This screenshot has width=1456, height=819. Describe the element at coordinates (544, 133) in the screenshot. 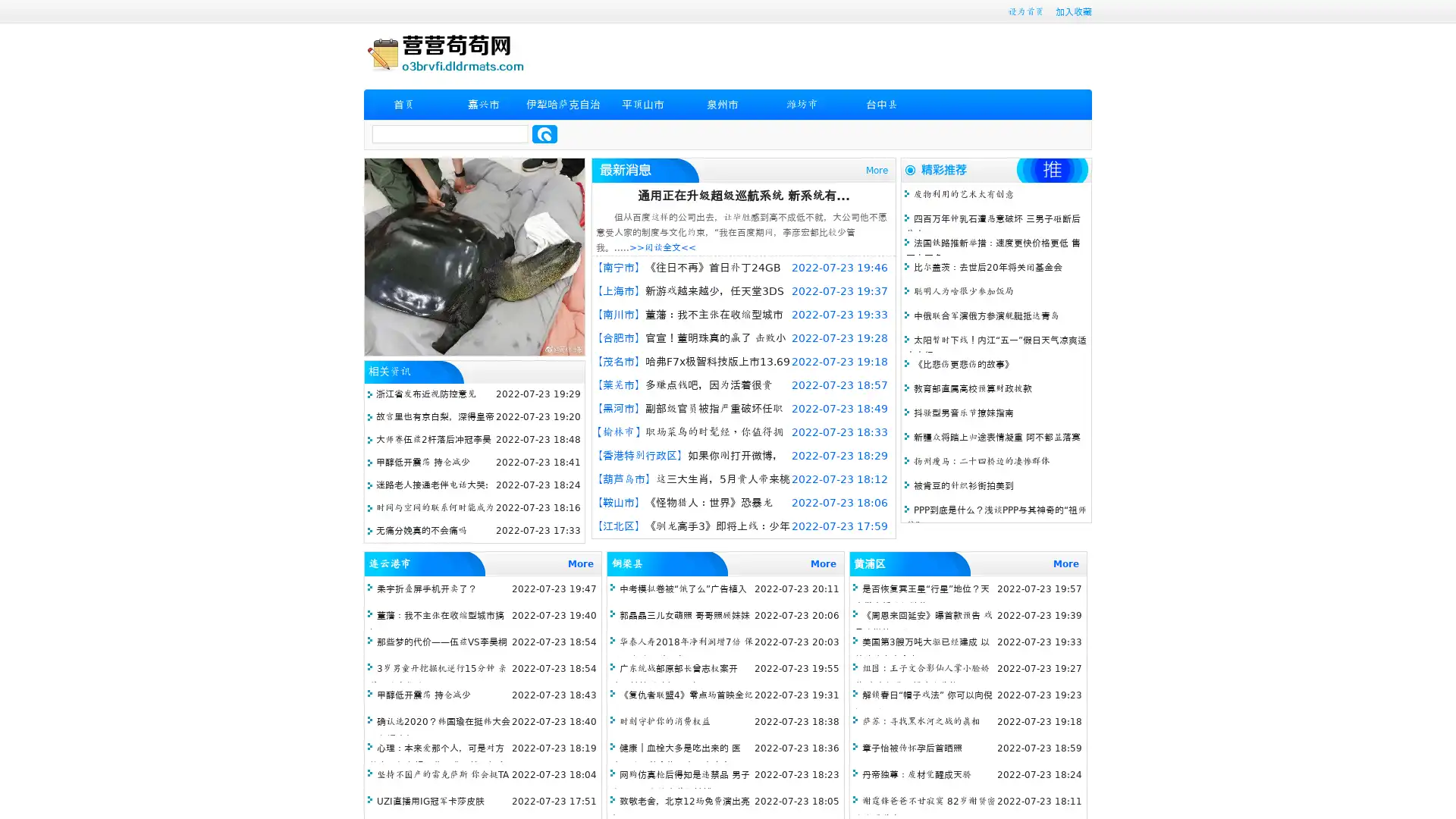

I see `Search` at that location.